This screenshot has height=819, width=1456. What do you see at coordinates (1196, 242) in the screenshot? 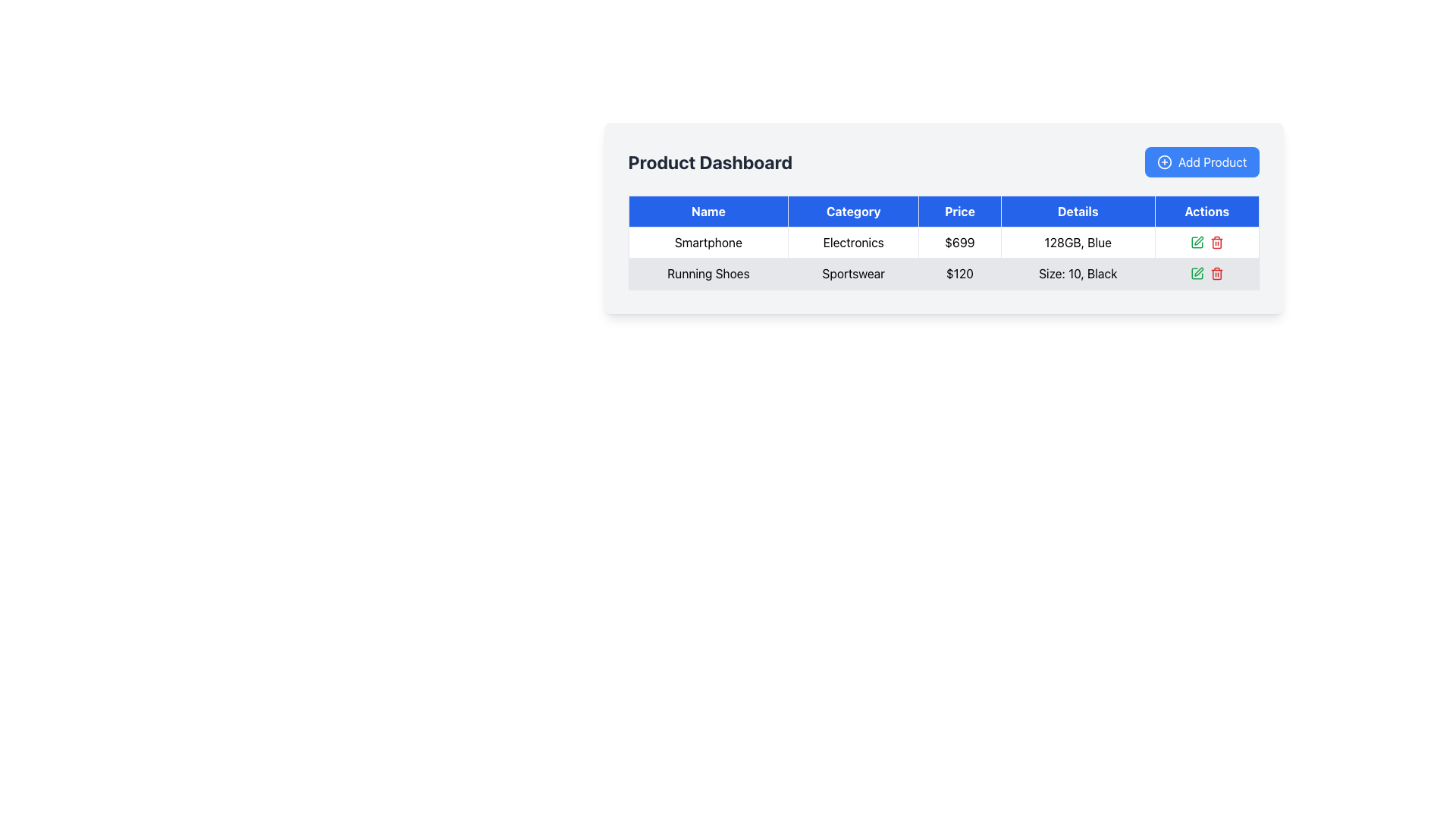
I see `the first icon in the 'Actions' column of the 'Smartphone' product row to change its color to a darker green` at bounding box center [1196, 242].